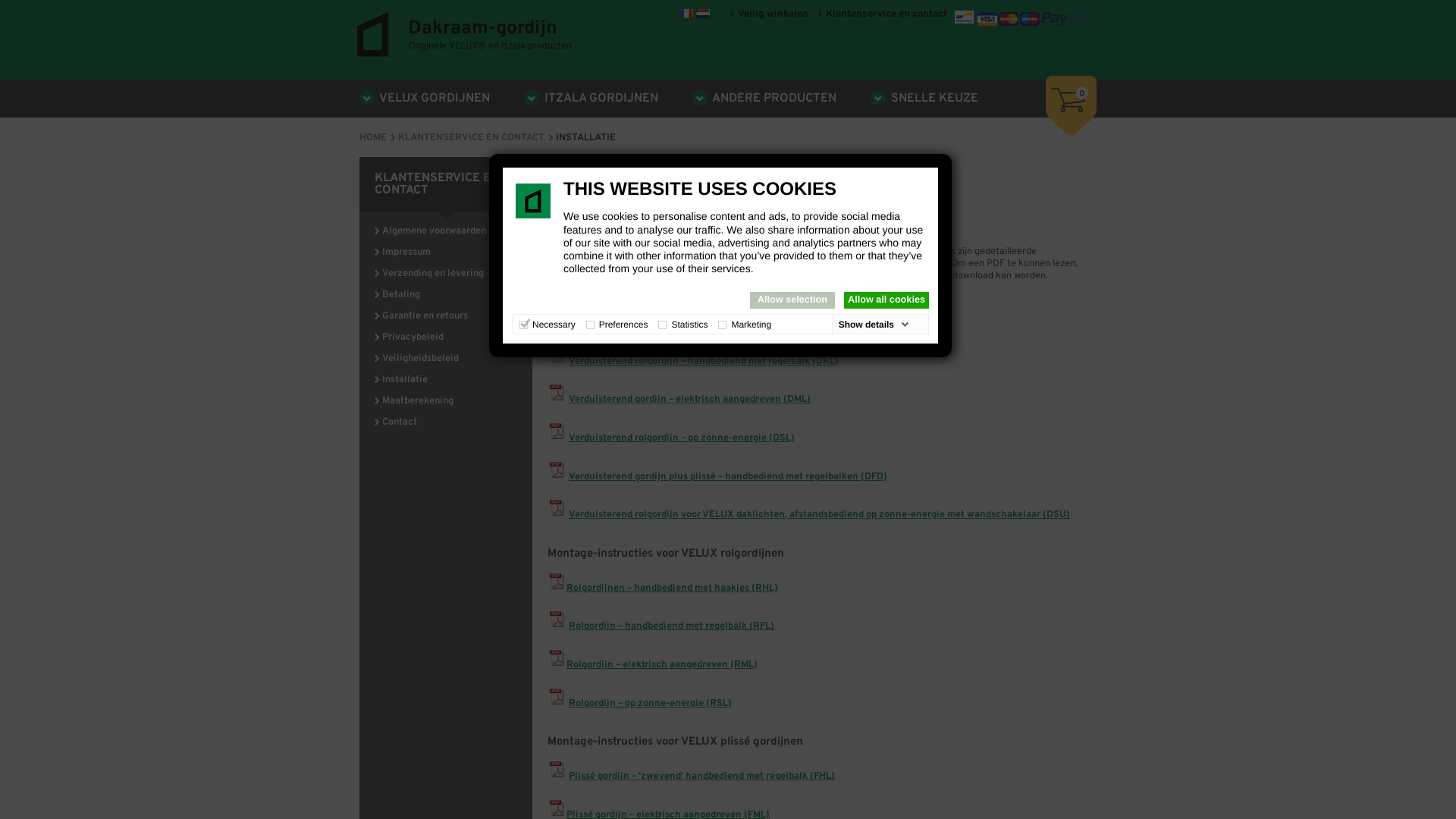 This screenshot has height=819, width=1456. What do you see at coordinates (1070, 105) in the screenshot?
I see `'0'` at bounding box center [1070, 105].